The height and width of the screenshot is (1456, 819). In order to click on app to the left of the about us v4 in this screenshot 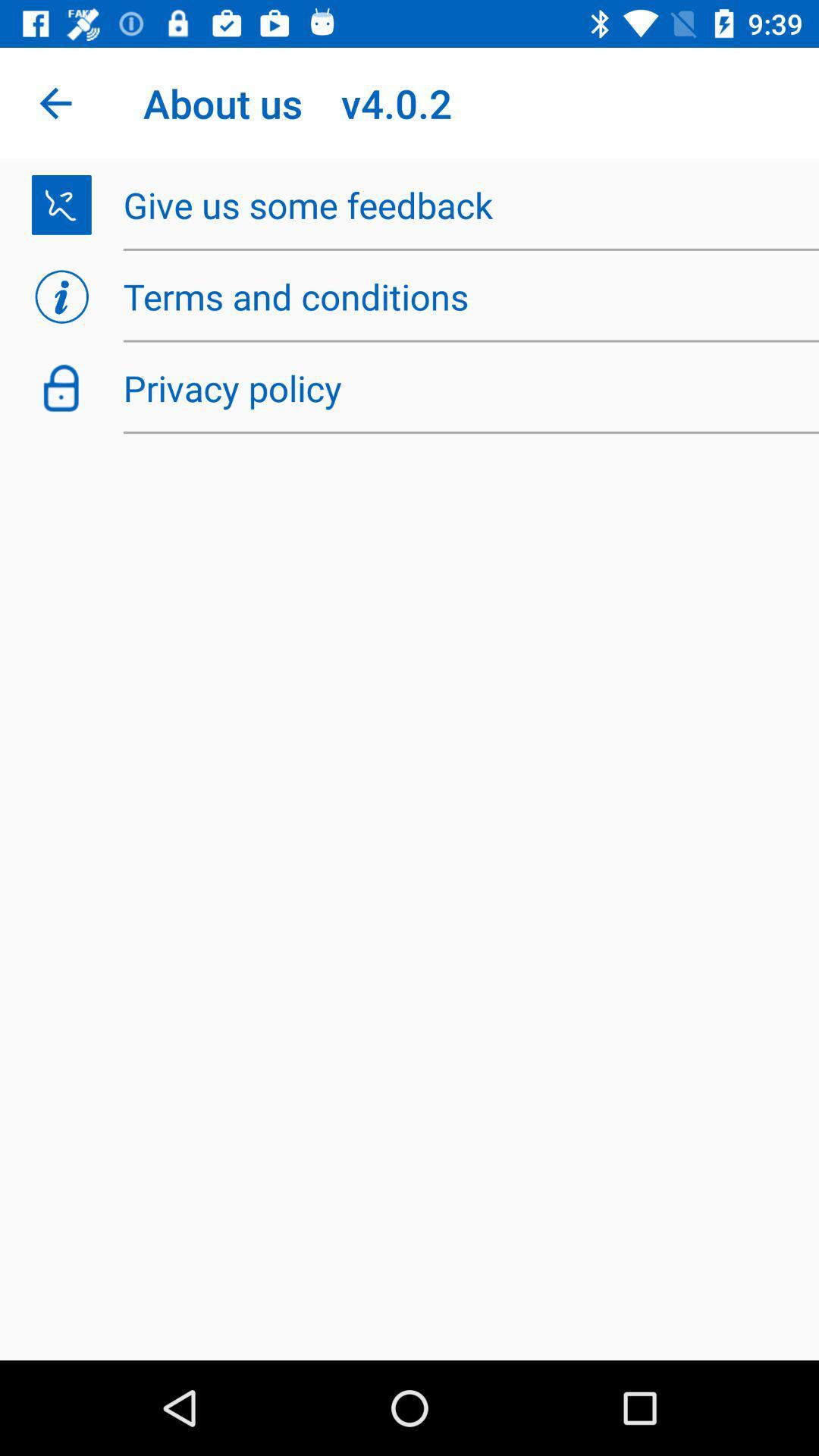, I will do `click(55, 102)`.